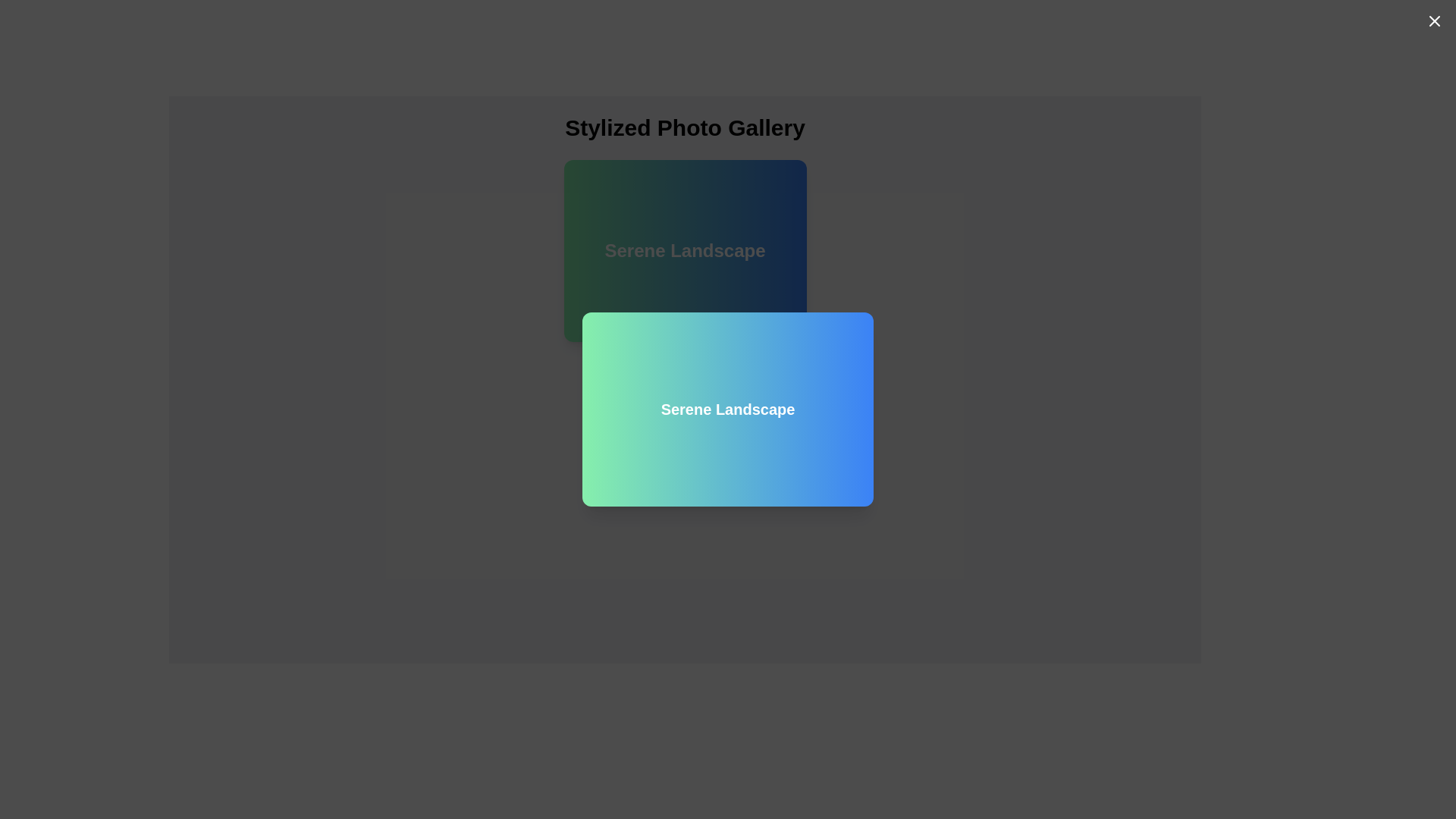  What do you see at coordinates (684, 127) in the screenshot?
I see `the text element styled with large, bold, sans-serif typography that reads 'Stylized Photo Gallery', which is centered horizontally and positioned above other visual elements` at bounding box center [684, 127].